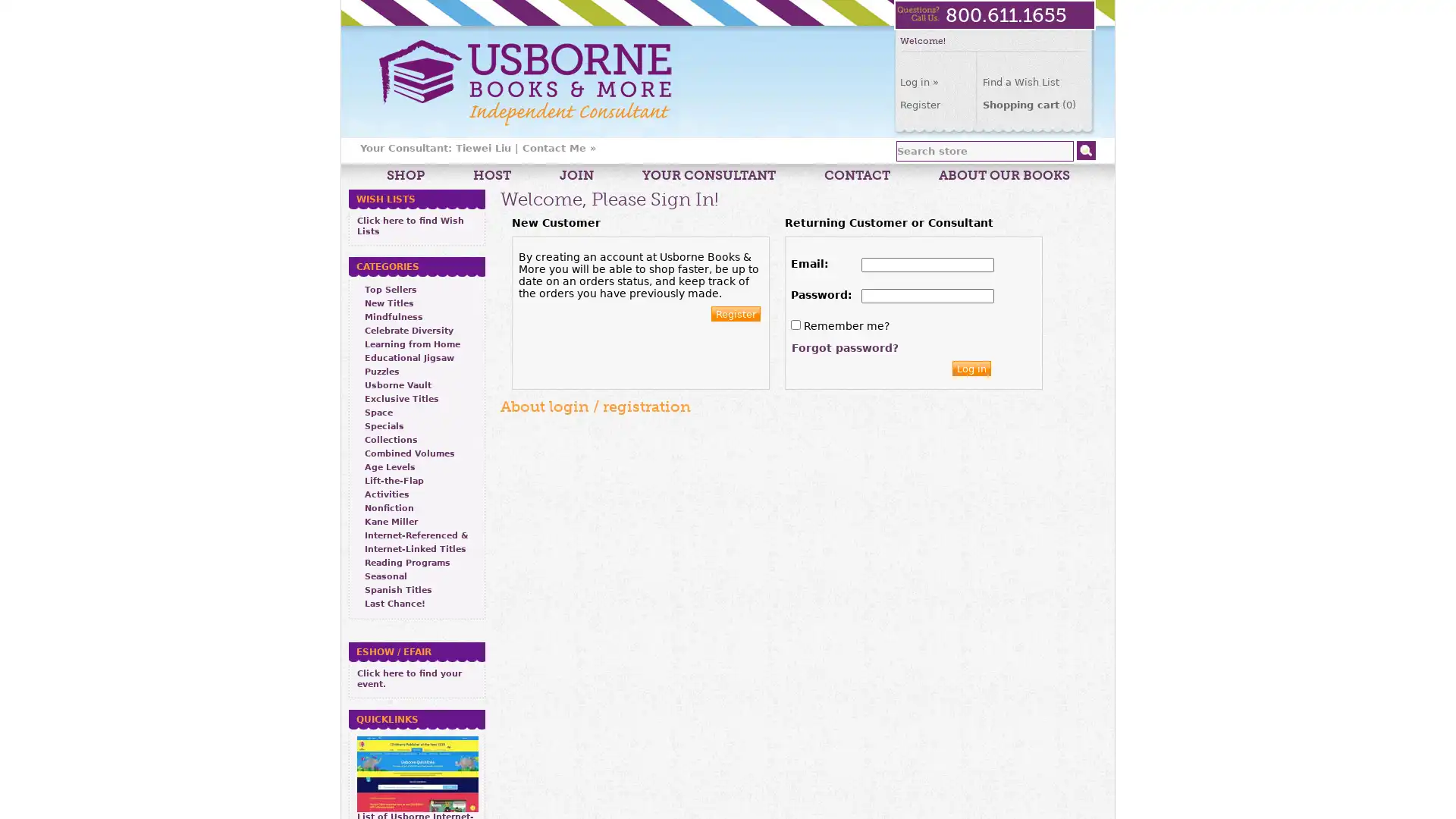 This screenshot has width=1456, height=819. I want to click on Register, so click(736, 312).